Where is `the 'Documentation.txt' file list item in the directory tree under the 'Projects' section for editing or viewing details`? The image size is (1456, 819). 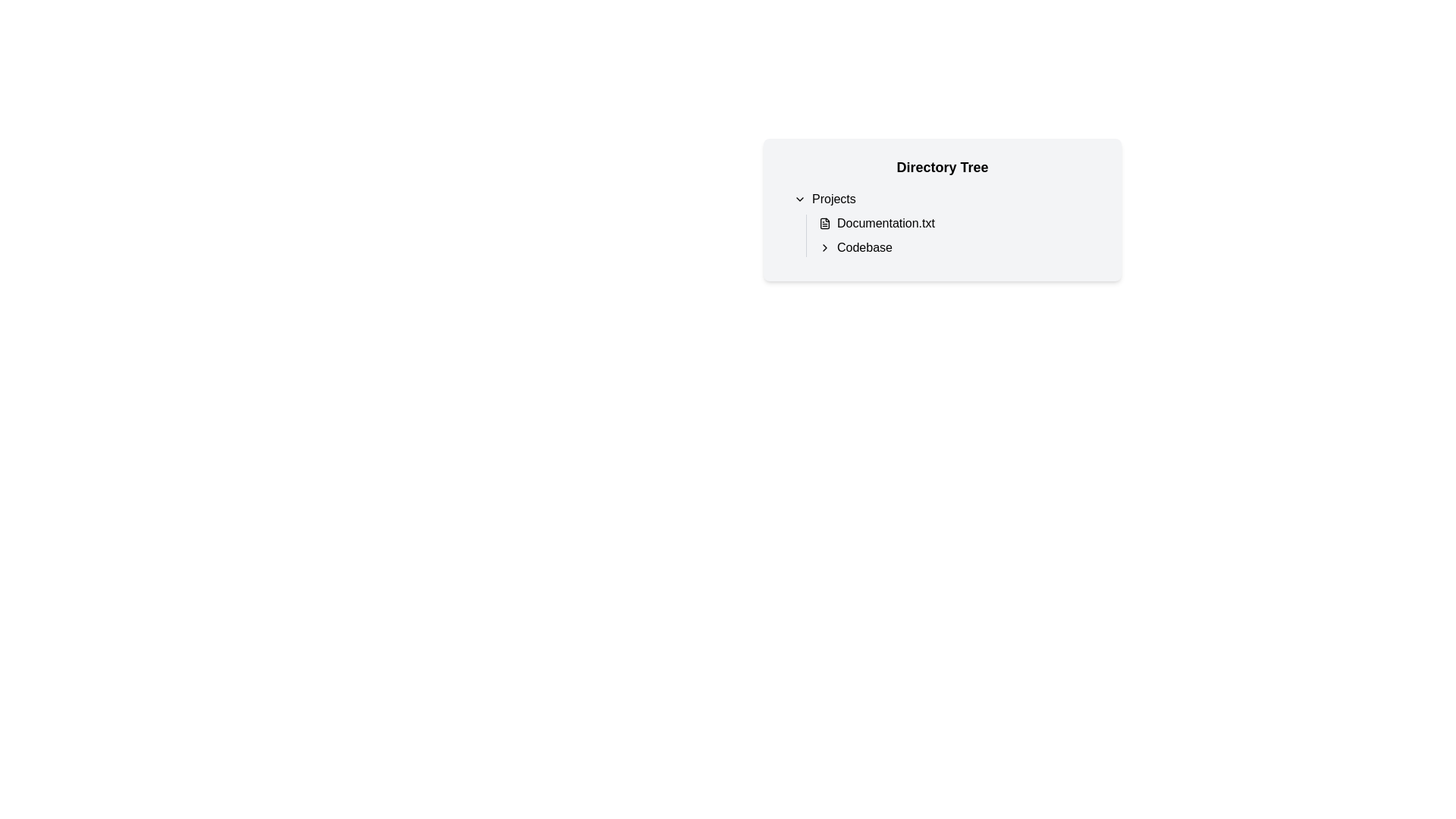 the 'Documentation.txt' file list item in the directory tree under the 'Projects' section for editing or viewing details is located at coordinates (948, 223).